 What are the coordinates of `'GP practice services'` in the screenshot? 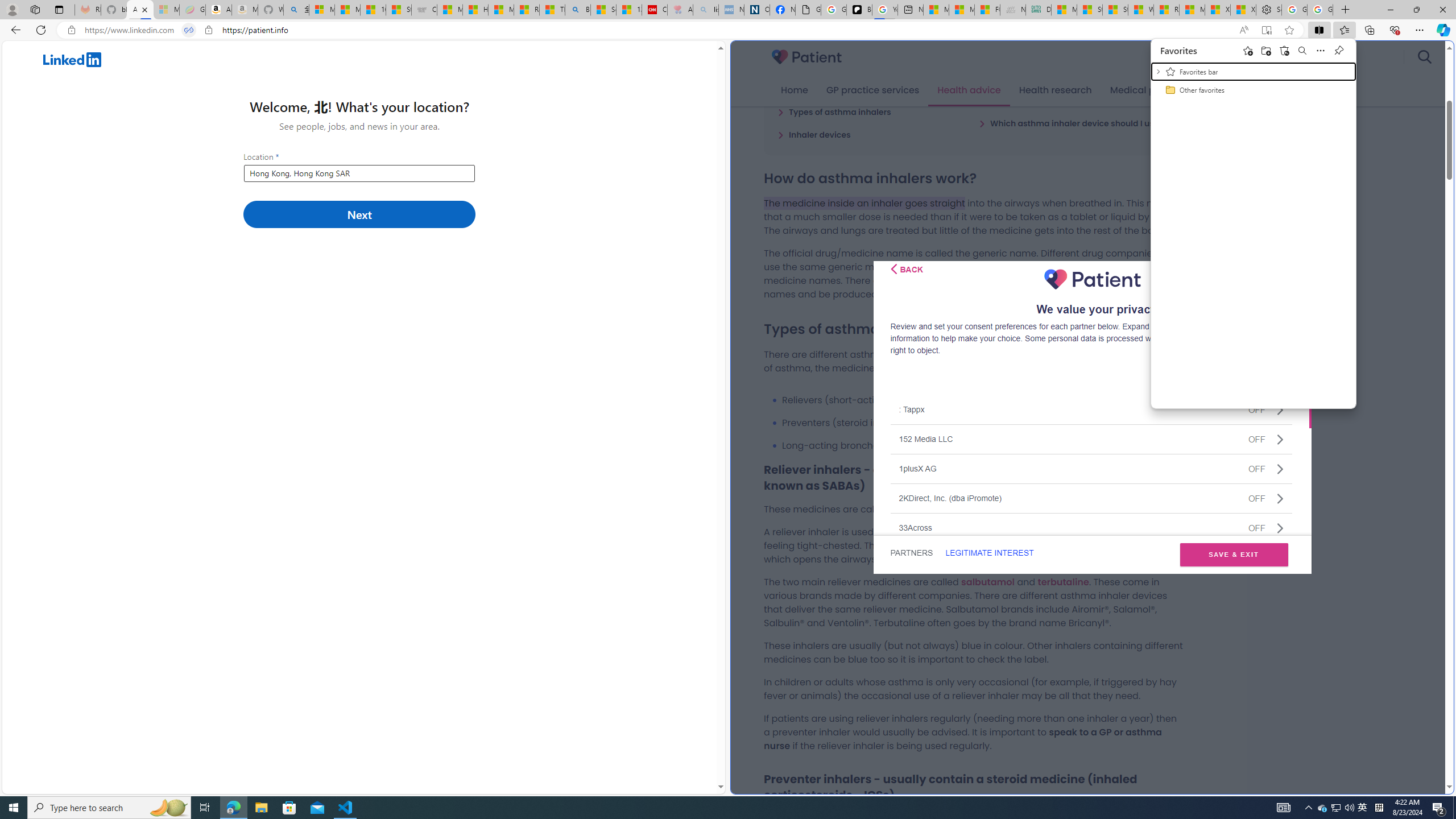 It's located at (872, 90).